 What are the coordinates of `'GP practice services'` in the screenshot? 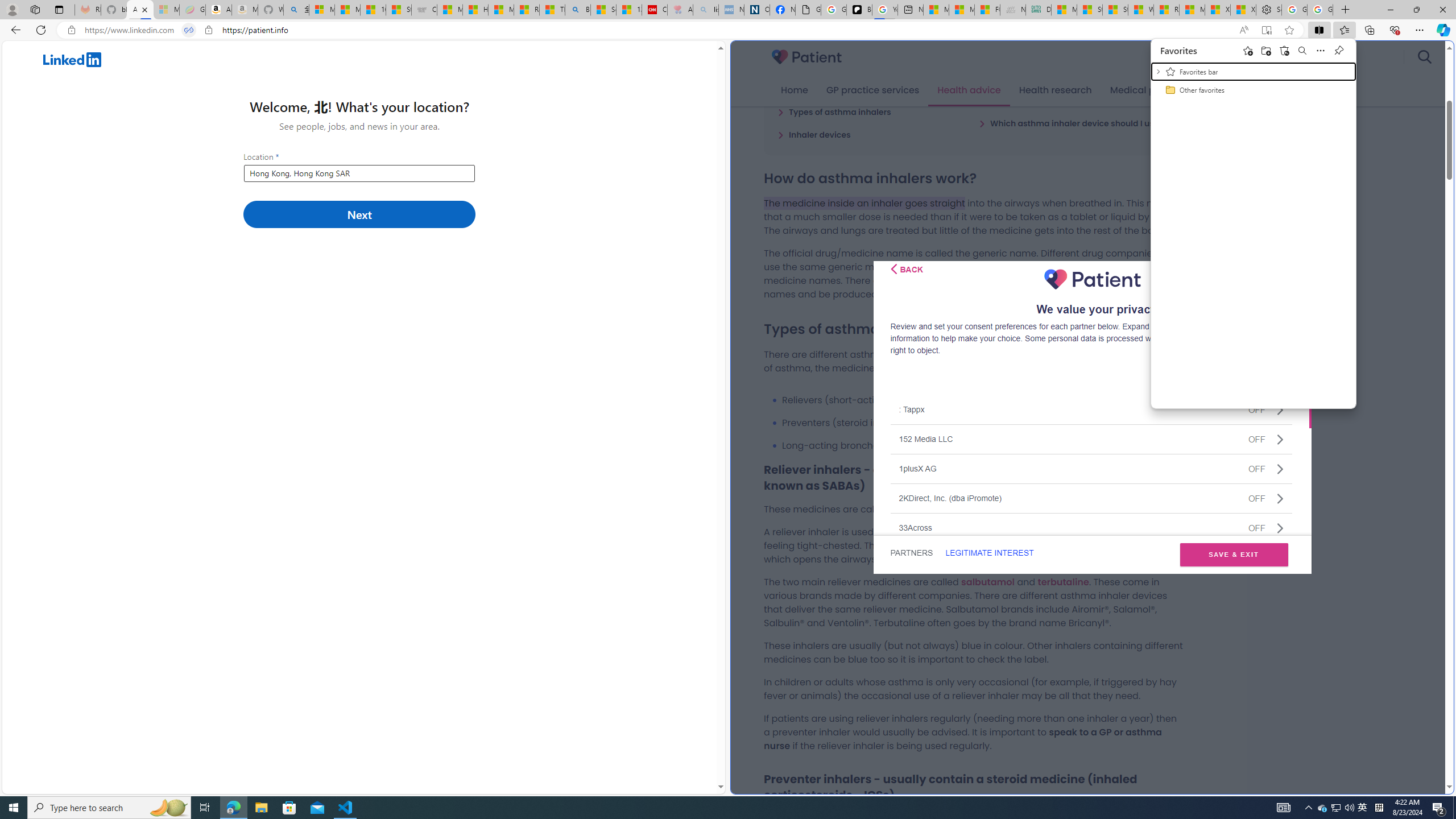 It's located at (872, 90).